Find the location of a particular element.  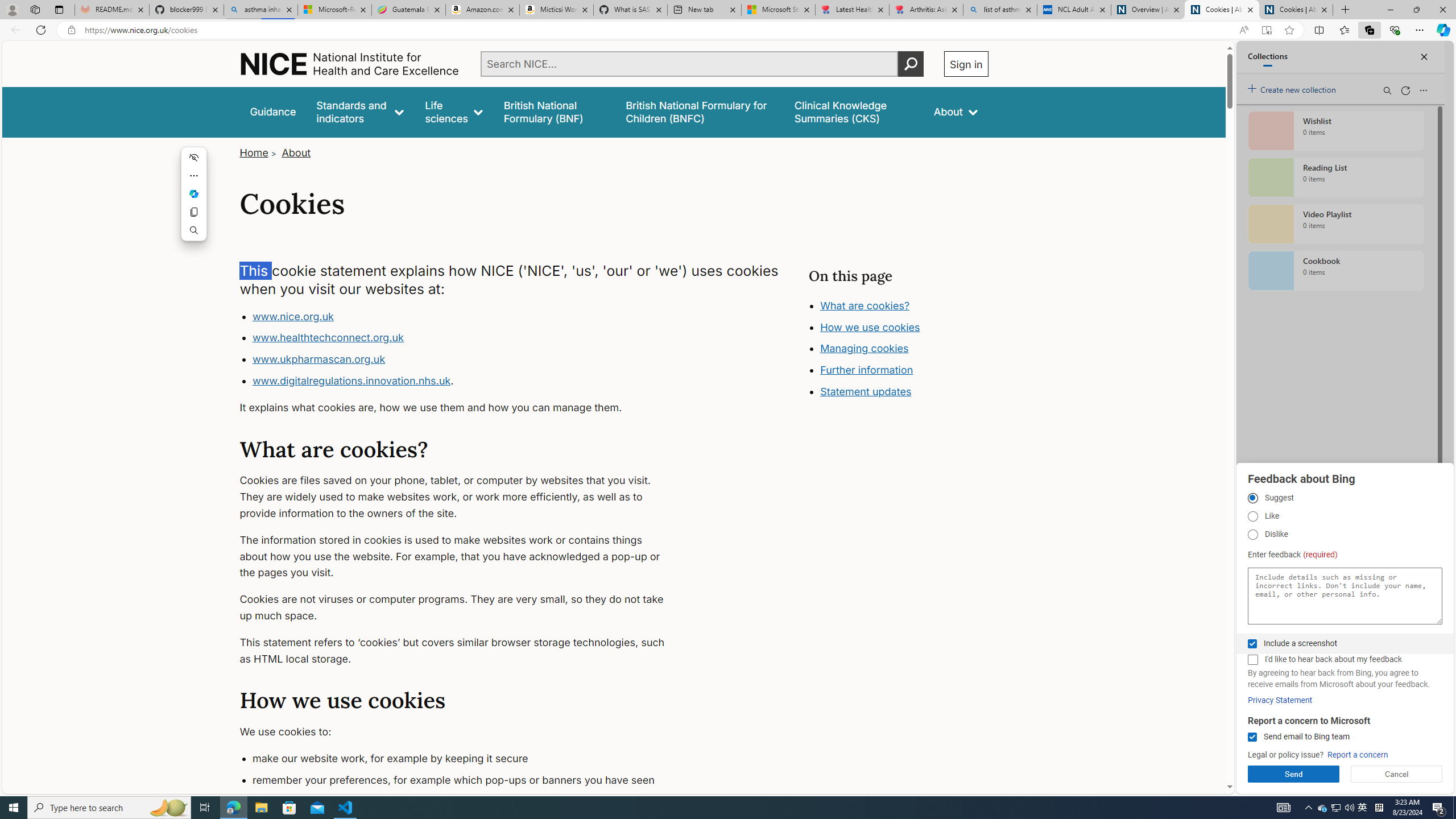

'Home>' is located at coordinates (258, 152).